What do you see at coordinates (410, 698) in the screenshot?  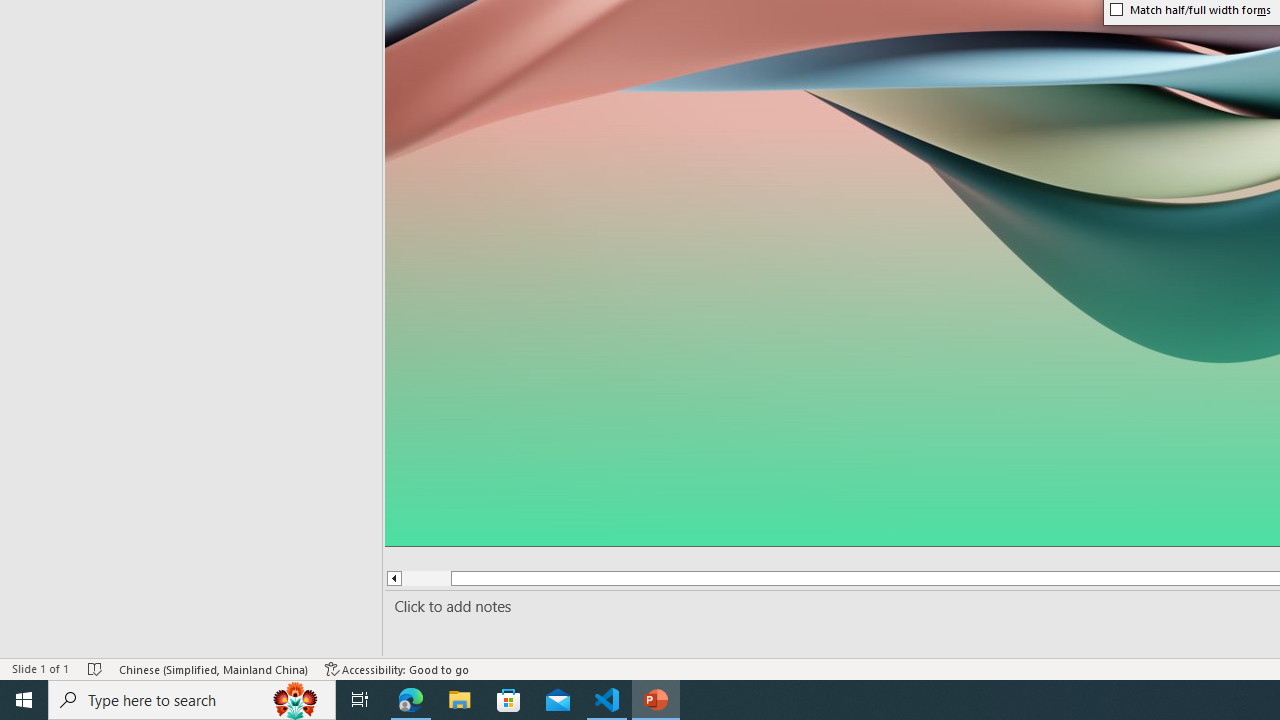 I see `'Microsoft Edge - 1 running window'` at bounding box center [410, 698].